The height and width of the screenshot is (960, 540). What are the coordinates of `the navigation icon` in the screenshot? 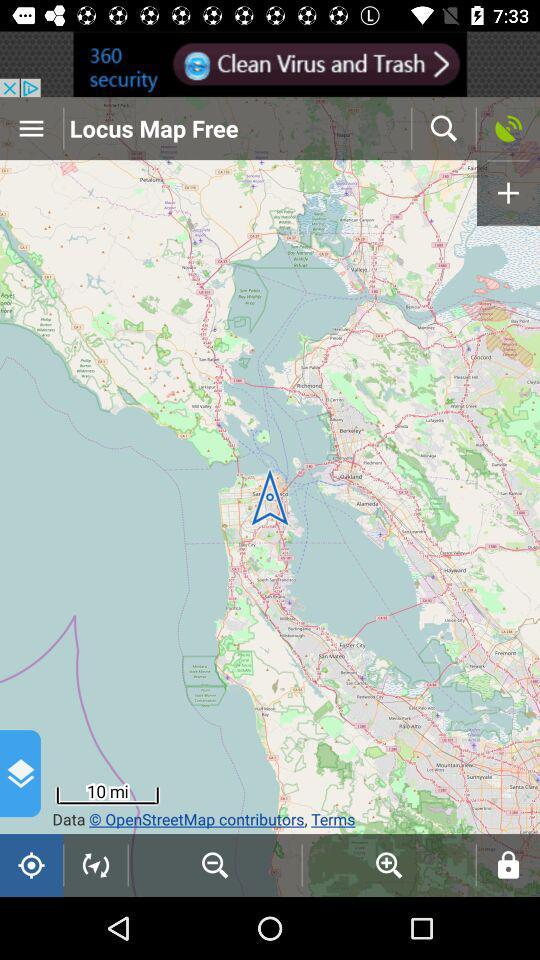 It's located at (95, 864).